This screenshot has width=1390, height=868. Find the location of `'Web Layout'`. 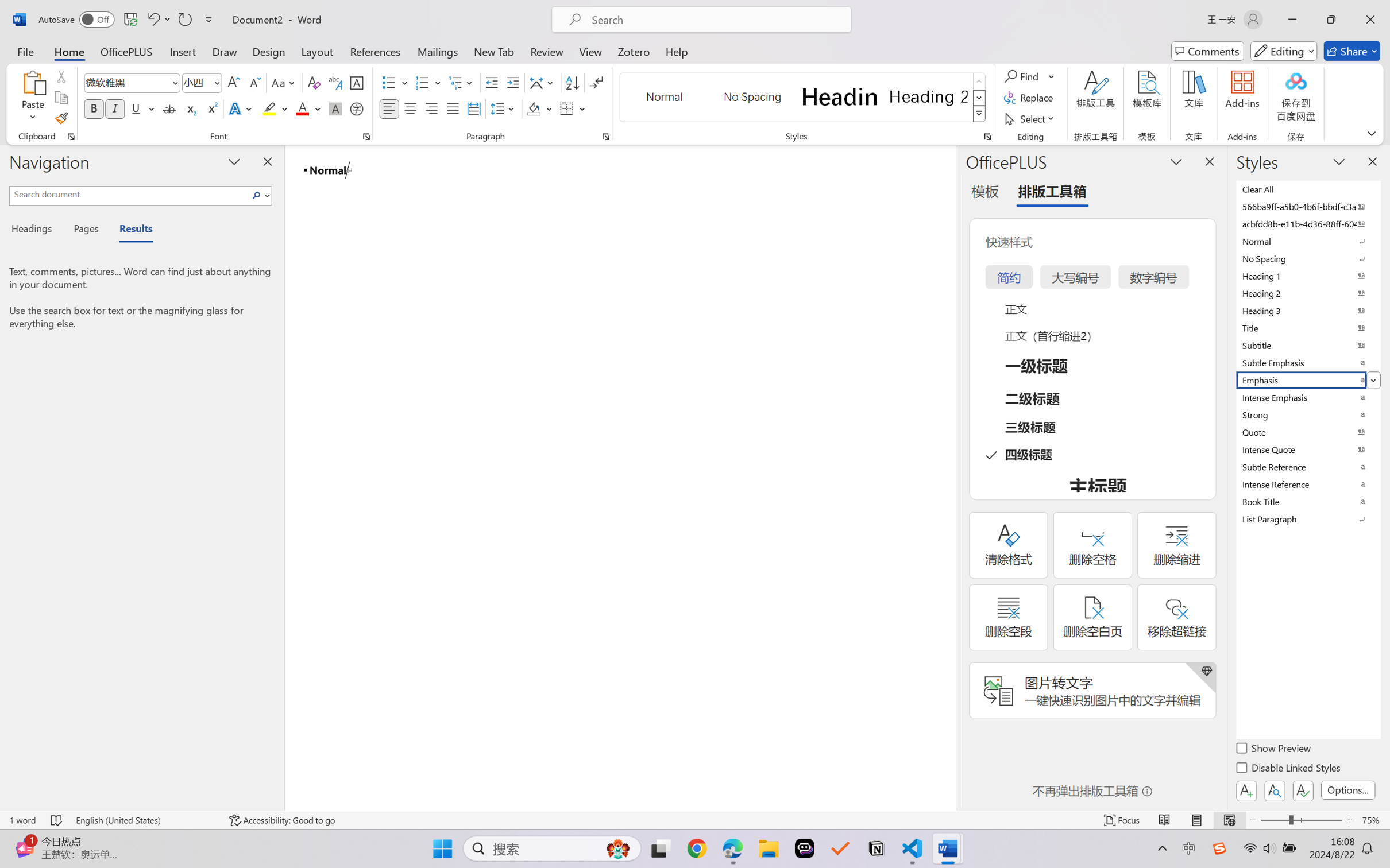

'Web Layout' is located at coordinates (1229, 820).